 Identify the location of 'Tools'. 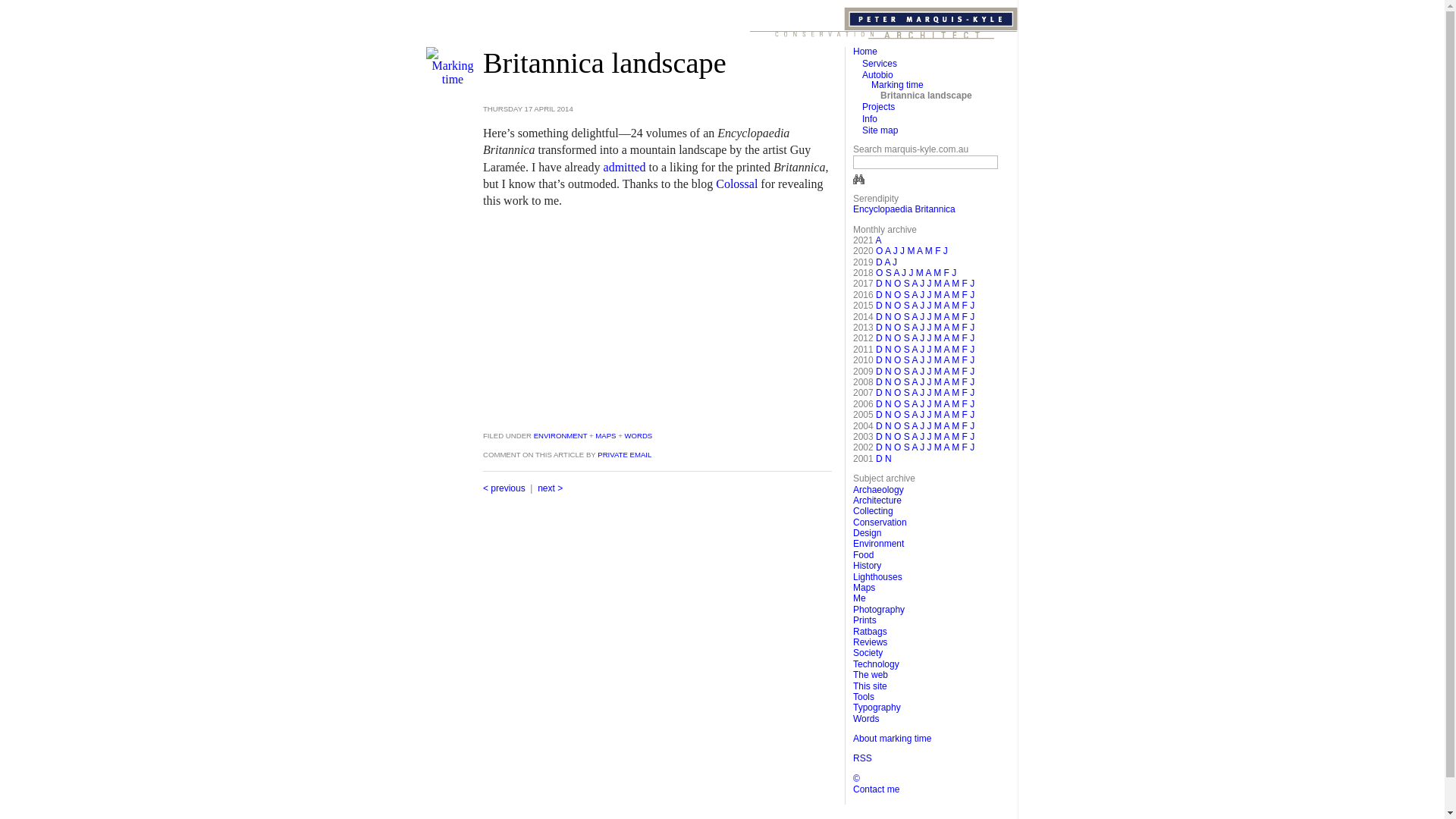
(863, 696).